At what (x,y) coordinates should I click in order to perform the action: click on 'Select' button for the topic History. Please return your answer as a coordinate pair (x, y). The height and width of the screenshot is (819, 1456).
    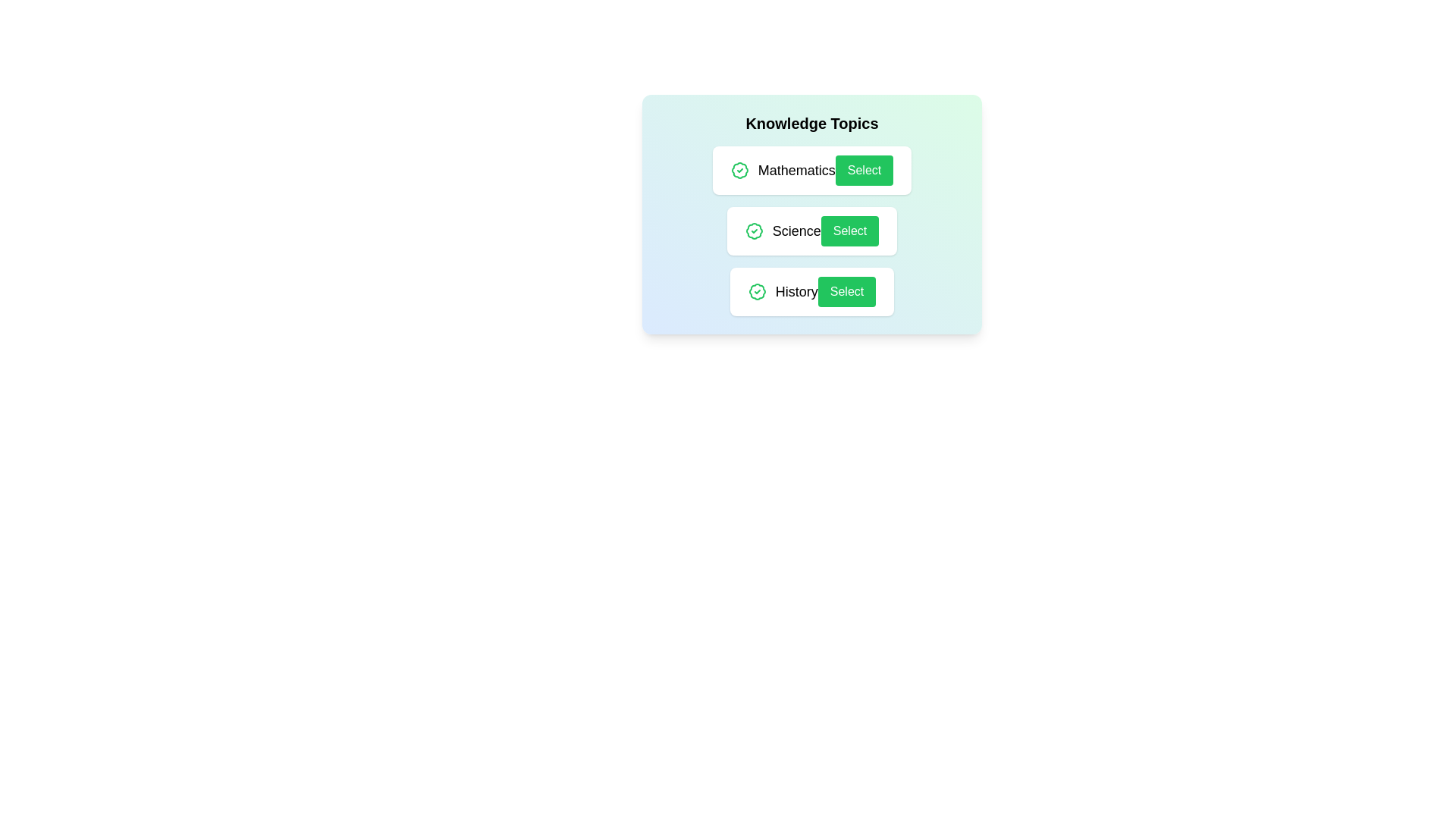
    Looking at the image, I should click on (846, 292).